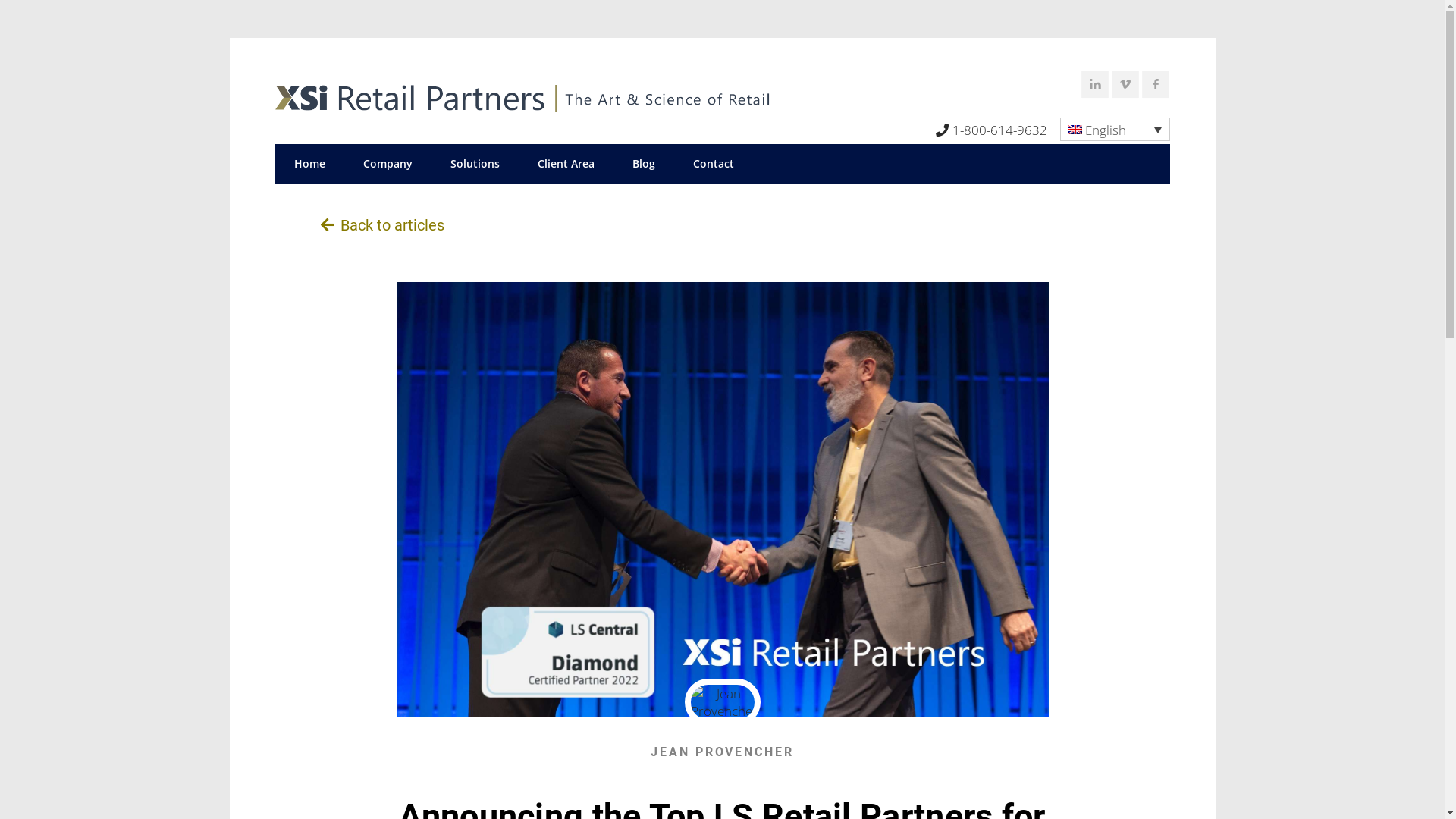 This screenshot has width=1456, height=819. I want to click on 'Company', so click(388, 164).